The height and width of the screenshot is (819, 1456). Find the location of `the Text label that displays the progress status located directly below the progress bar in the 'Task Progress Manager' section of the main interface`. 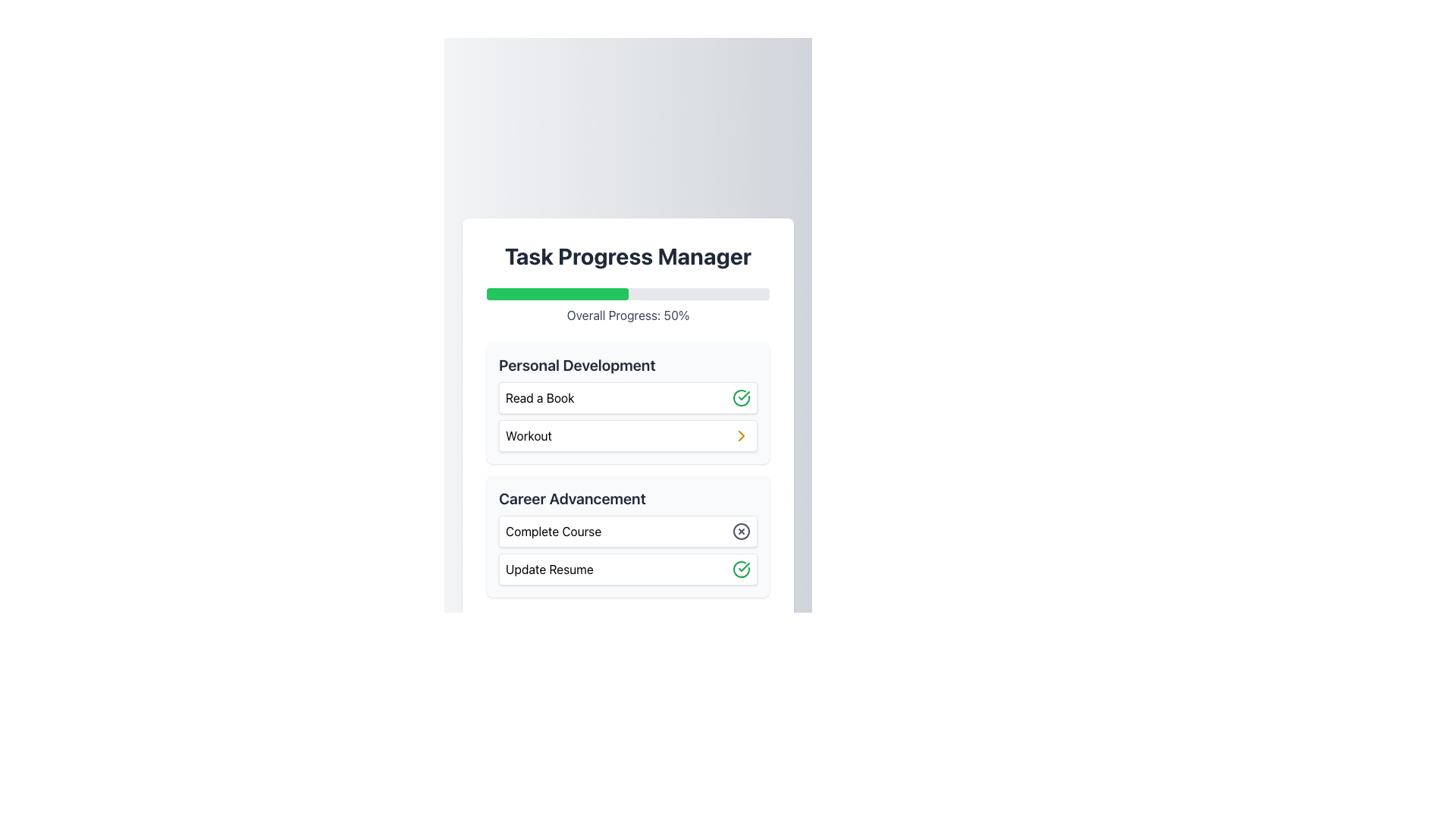

the Text label that displays the progress status located directly below the progress bar in the 'Task Progress Manager' section of the main interface is located at coordinates (628, 315).